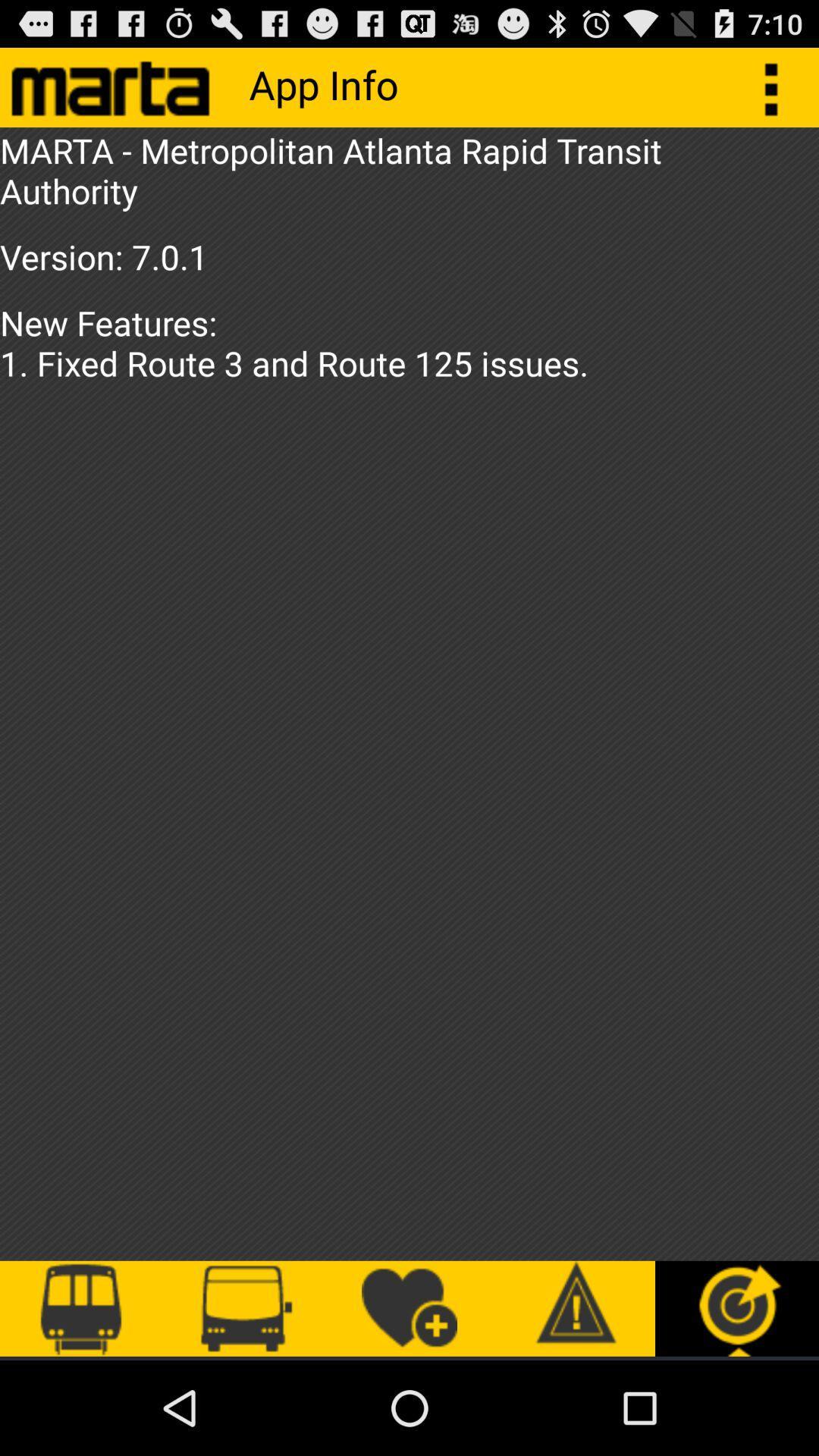  What do you see at coordinates (779, 86) in the screenshot?
I see `the icon at the top right corner` at bounding box center [779, 86].